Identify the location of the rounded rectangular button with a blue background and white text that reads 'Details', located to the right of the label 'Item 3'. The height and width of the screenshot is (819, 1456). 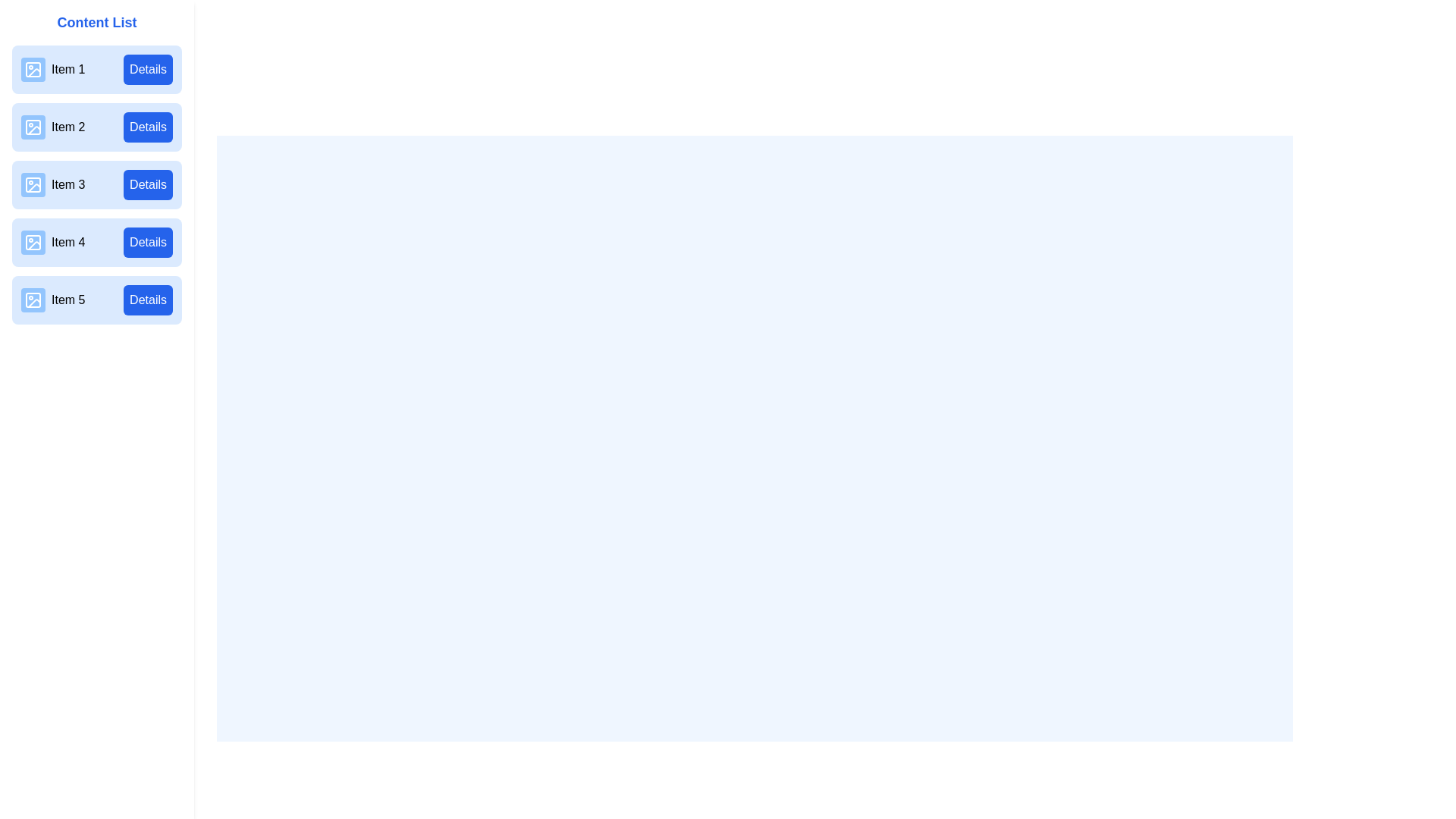
(148, 184).